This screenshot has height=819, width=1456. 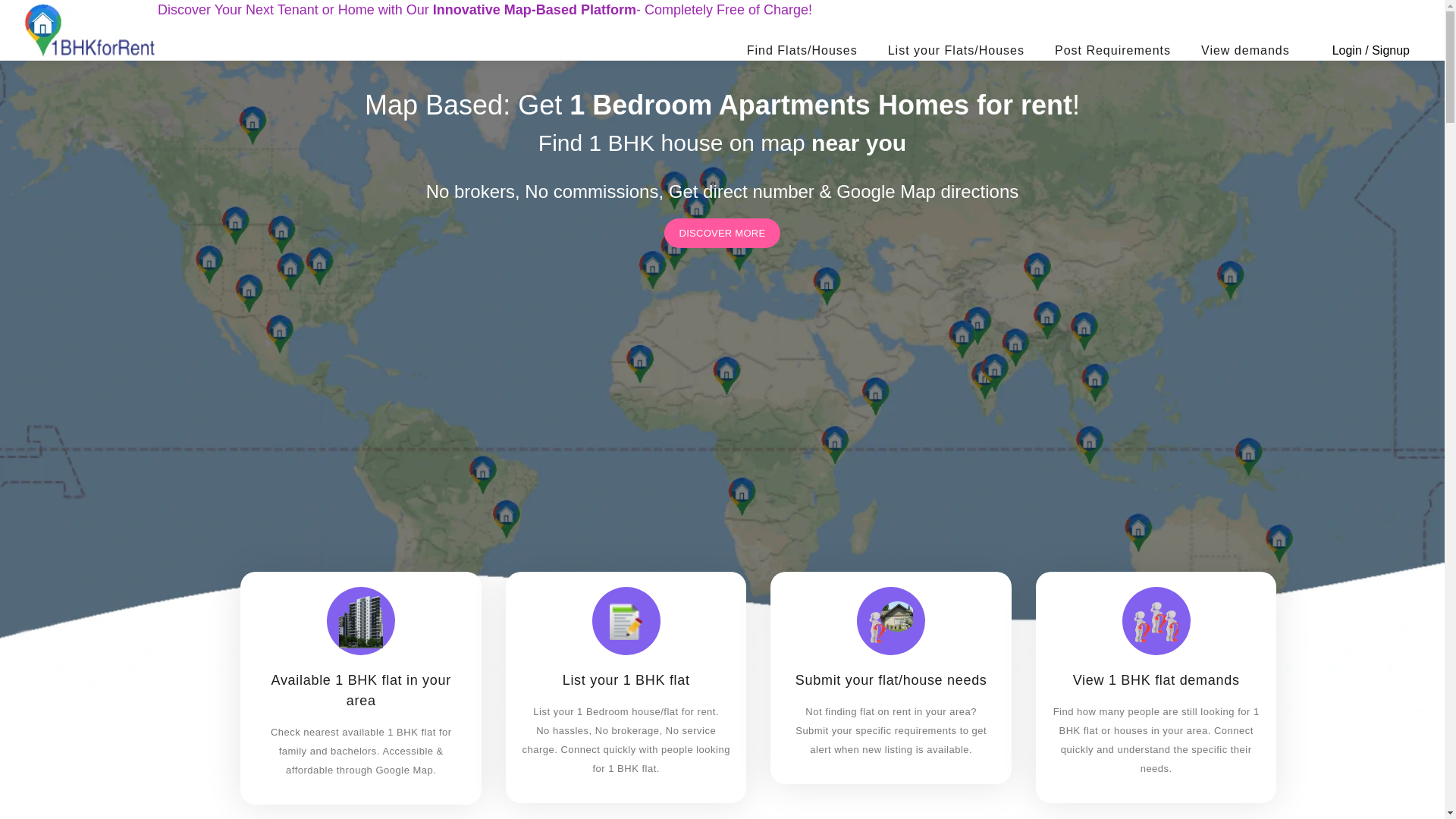 What do you see at coordinates (1245, 49) in the screenshot?
I see `'View demands'` at bounding box center [1245, 49].